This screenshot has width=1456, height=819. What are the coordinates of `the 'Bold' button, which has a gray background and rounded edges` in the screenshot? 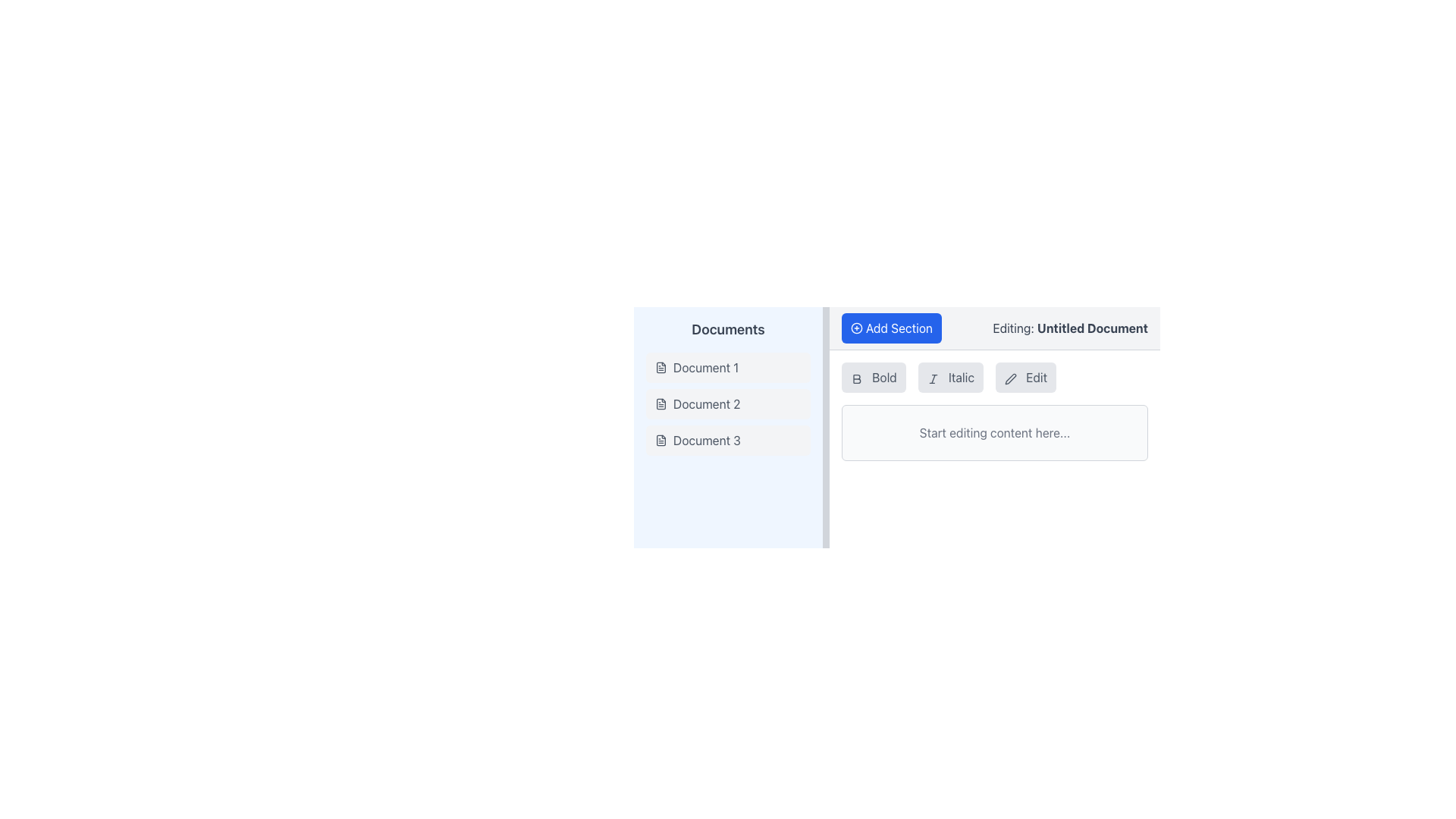 It's located at (874, 376).